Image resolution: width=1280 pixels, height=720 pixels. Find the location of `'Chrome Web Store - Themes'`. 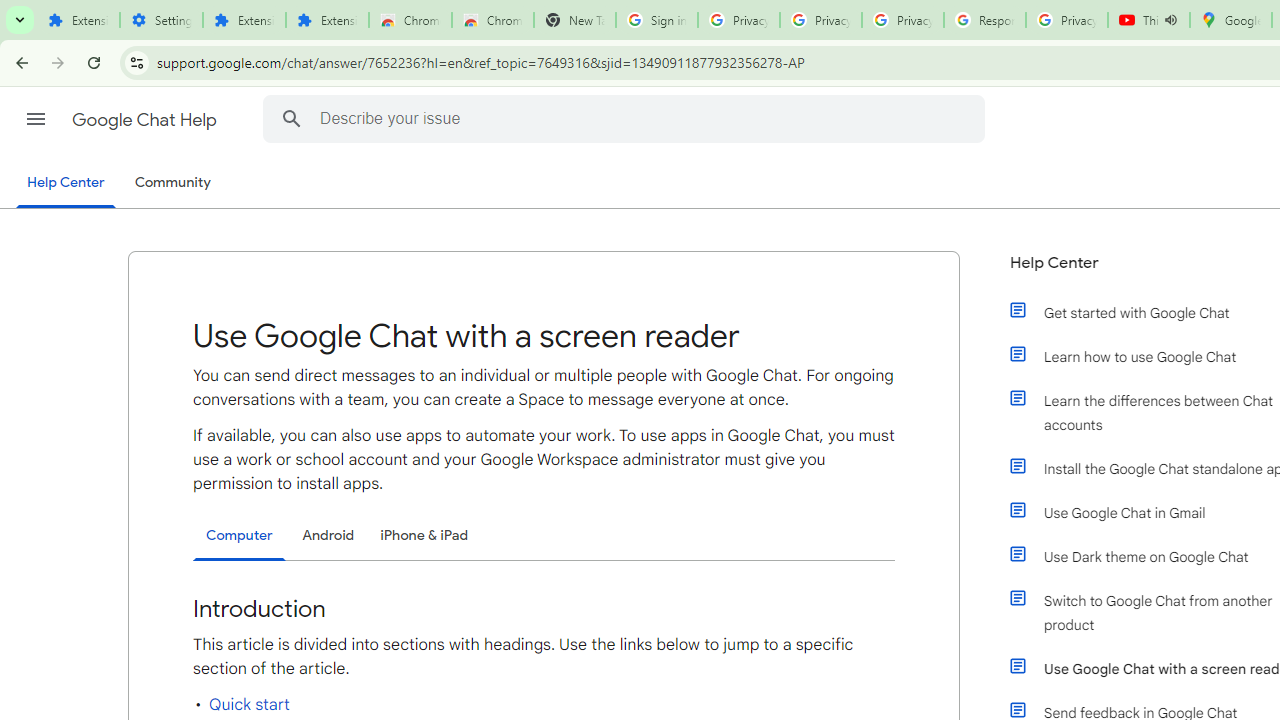

'Chrome Web Store - Themes' is located at coordinates (492, 20).